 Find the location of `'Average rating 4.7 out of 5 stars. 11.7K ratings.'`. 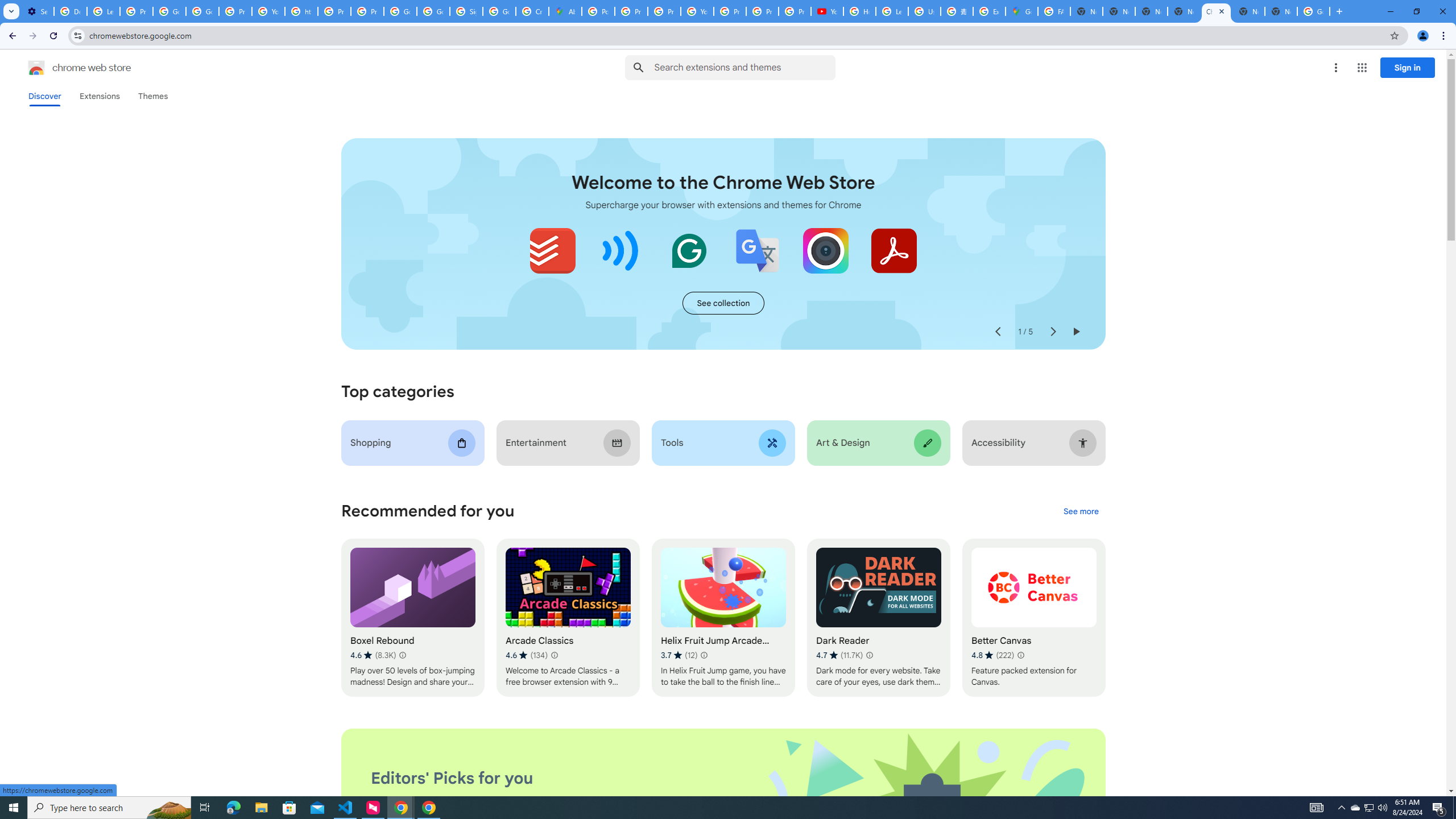

'Average rating 4.7 out of 5 stars. 11.7K ratings.' is located at coordinates (839, 655).